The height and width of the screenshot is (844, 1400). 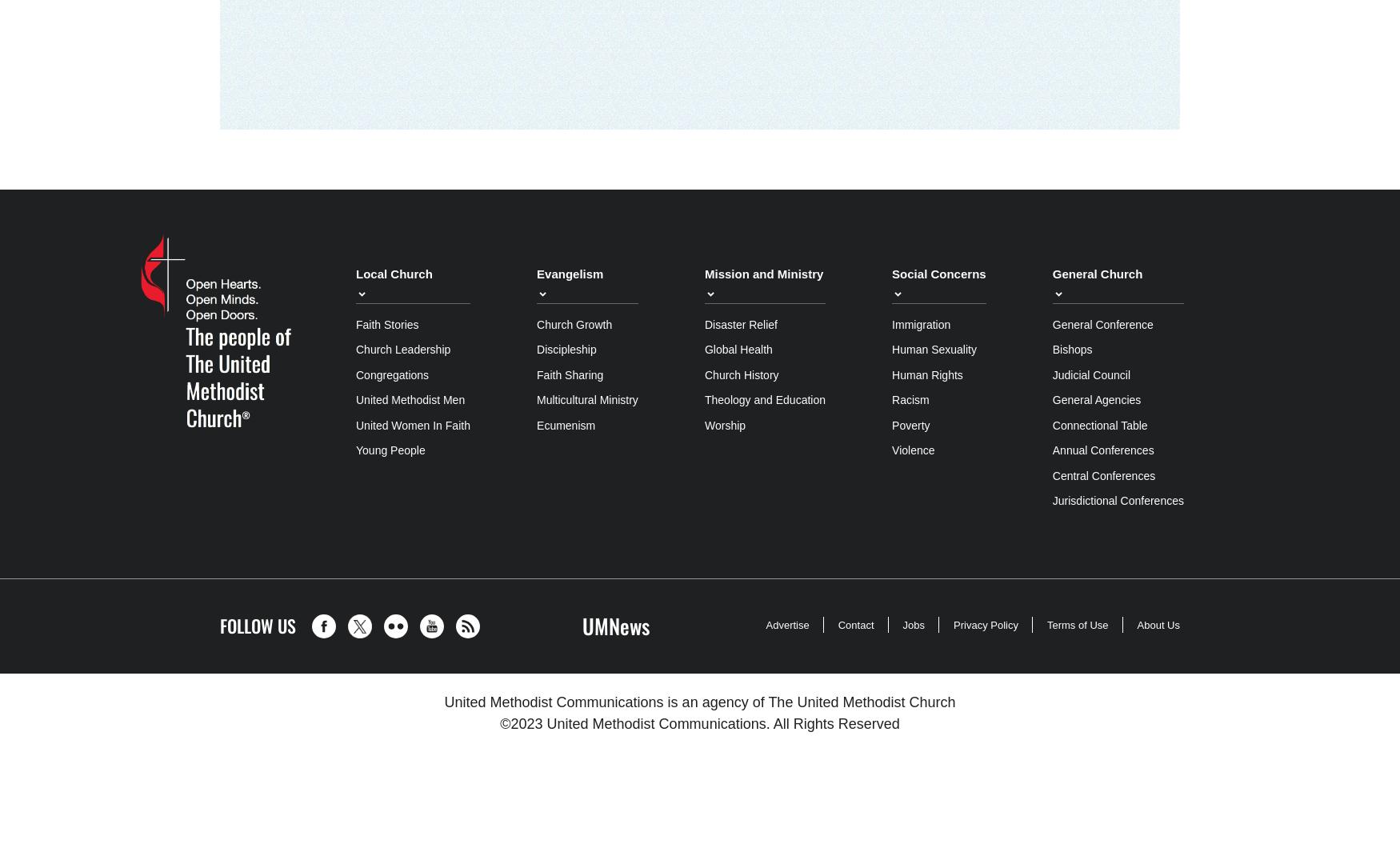 What do you see at coordinates (1101, 324) in the screenshot?
I see `'General Conference'` at bounding box center [1101, 324].